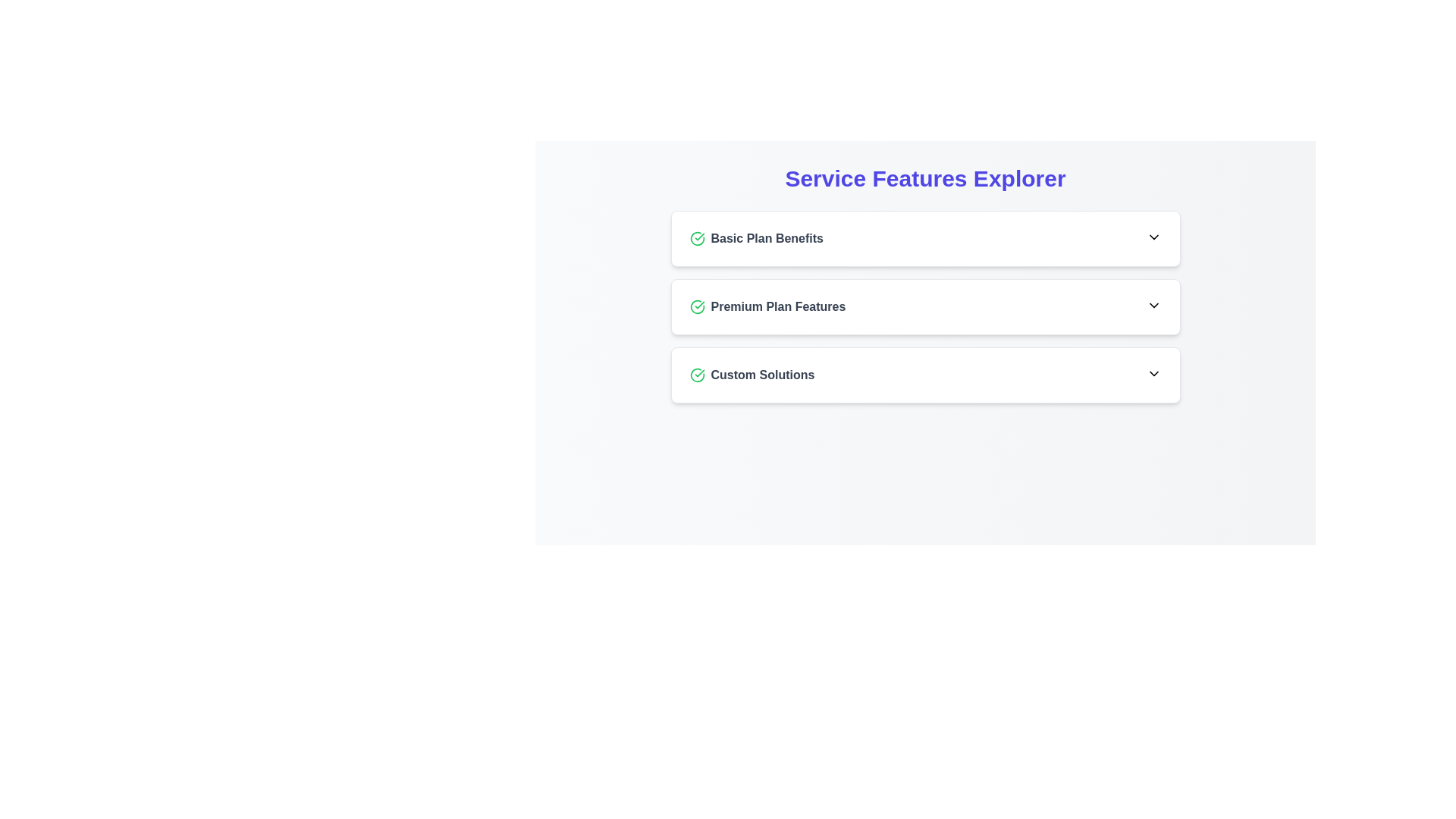  I want to click on the 'Custom Solutions' expandable section label, which is the third item under 'Premium Plan Features', so click(752, 375).